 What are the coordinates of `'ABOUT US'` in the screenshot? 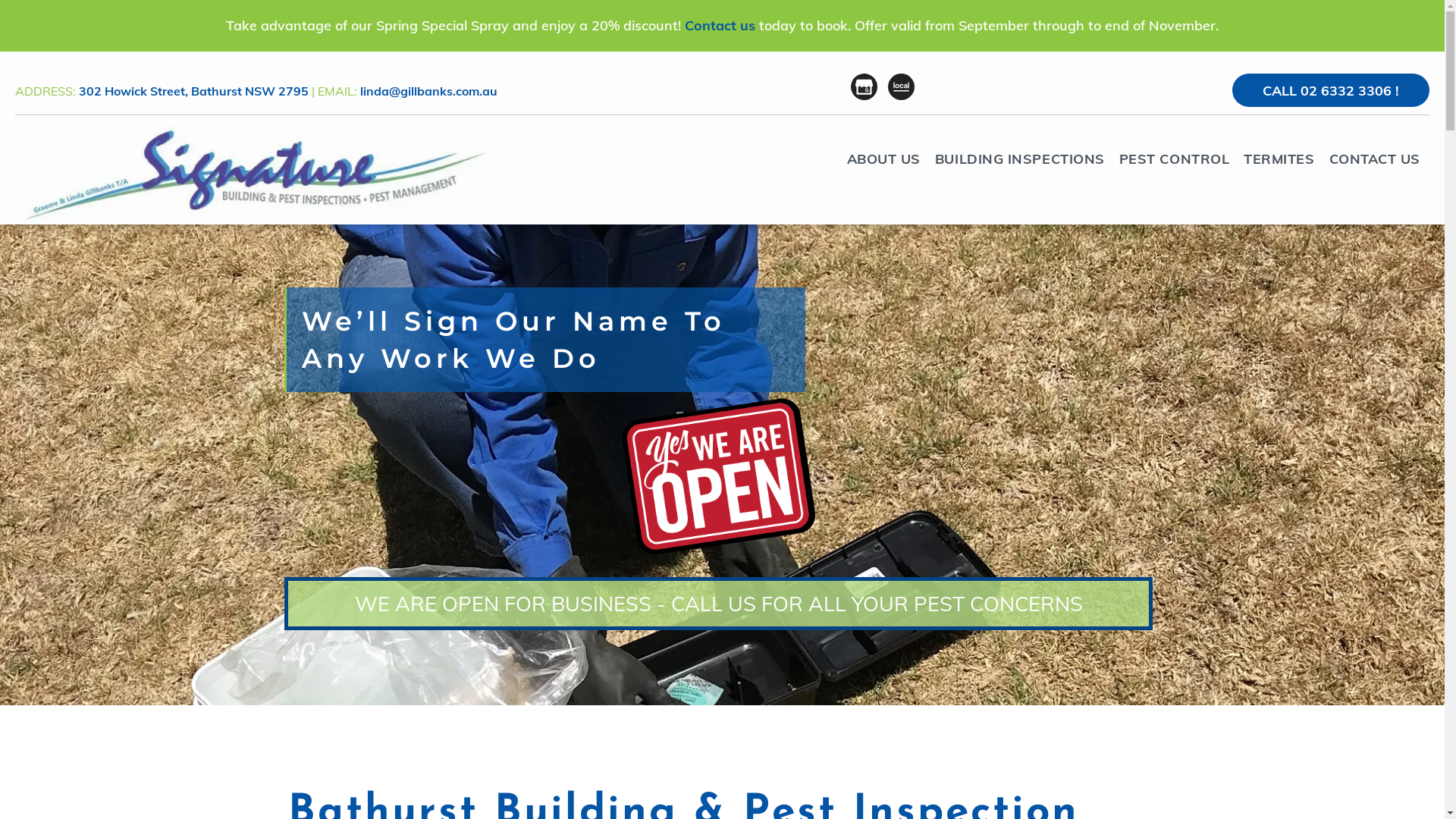 It's located at (840, 158).